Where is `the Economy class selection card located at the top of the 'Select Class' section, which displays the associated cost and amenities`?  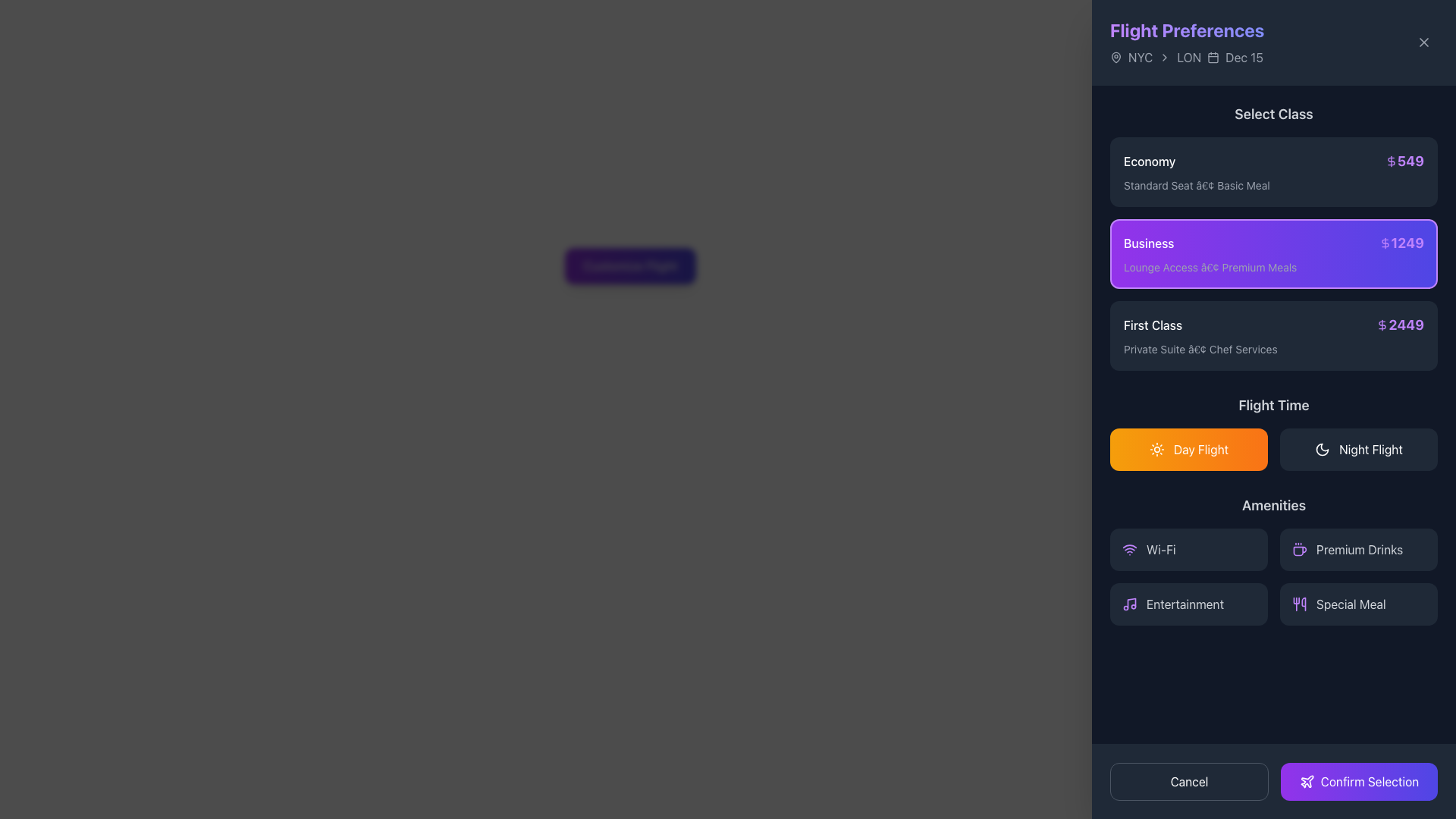 the Economy class selection card located at the top of the 'Select Class' section, which displays the associated cost and amenities is located at coordinates (1274, 171).